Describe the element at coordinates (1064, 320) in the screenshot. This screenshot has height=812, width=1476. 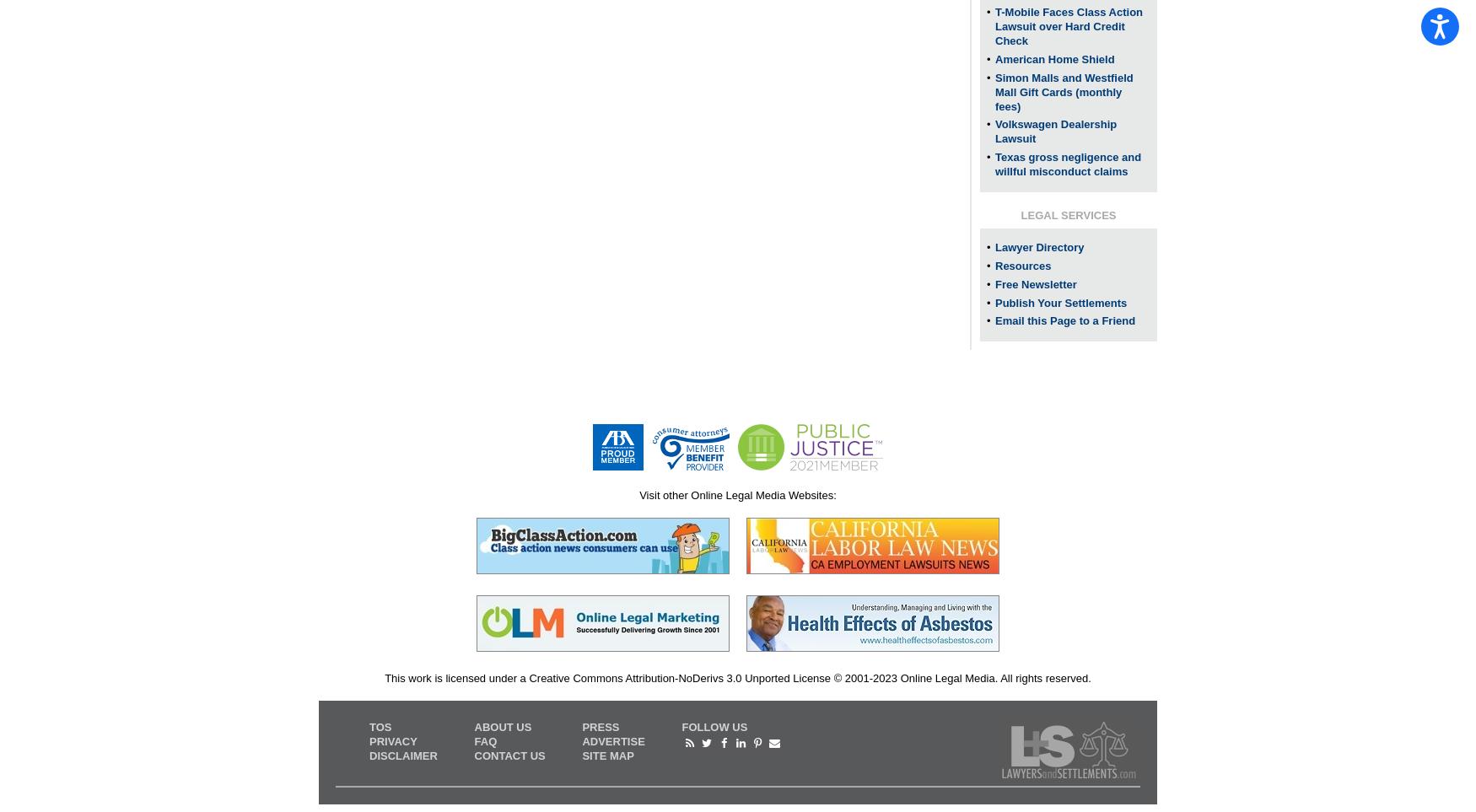
I see `'Email this Page to a Friend'` at that location.